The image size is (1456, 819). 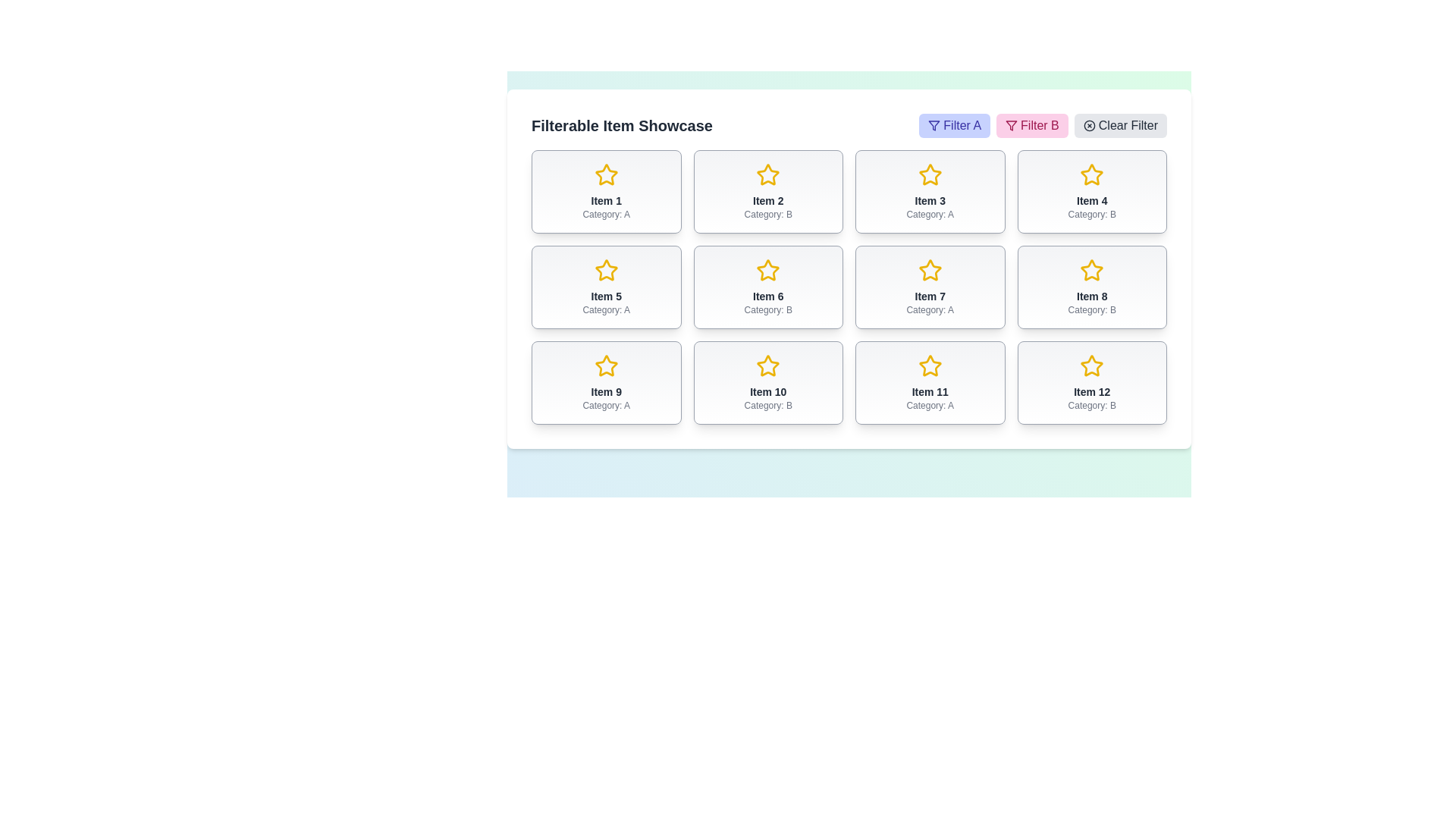 I want to click on the circular component of the 'X' icon, which is located at the top-right corner of the layout, adjacent to the 'Clear Filter' label, so click(x=1088, y=124).